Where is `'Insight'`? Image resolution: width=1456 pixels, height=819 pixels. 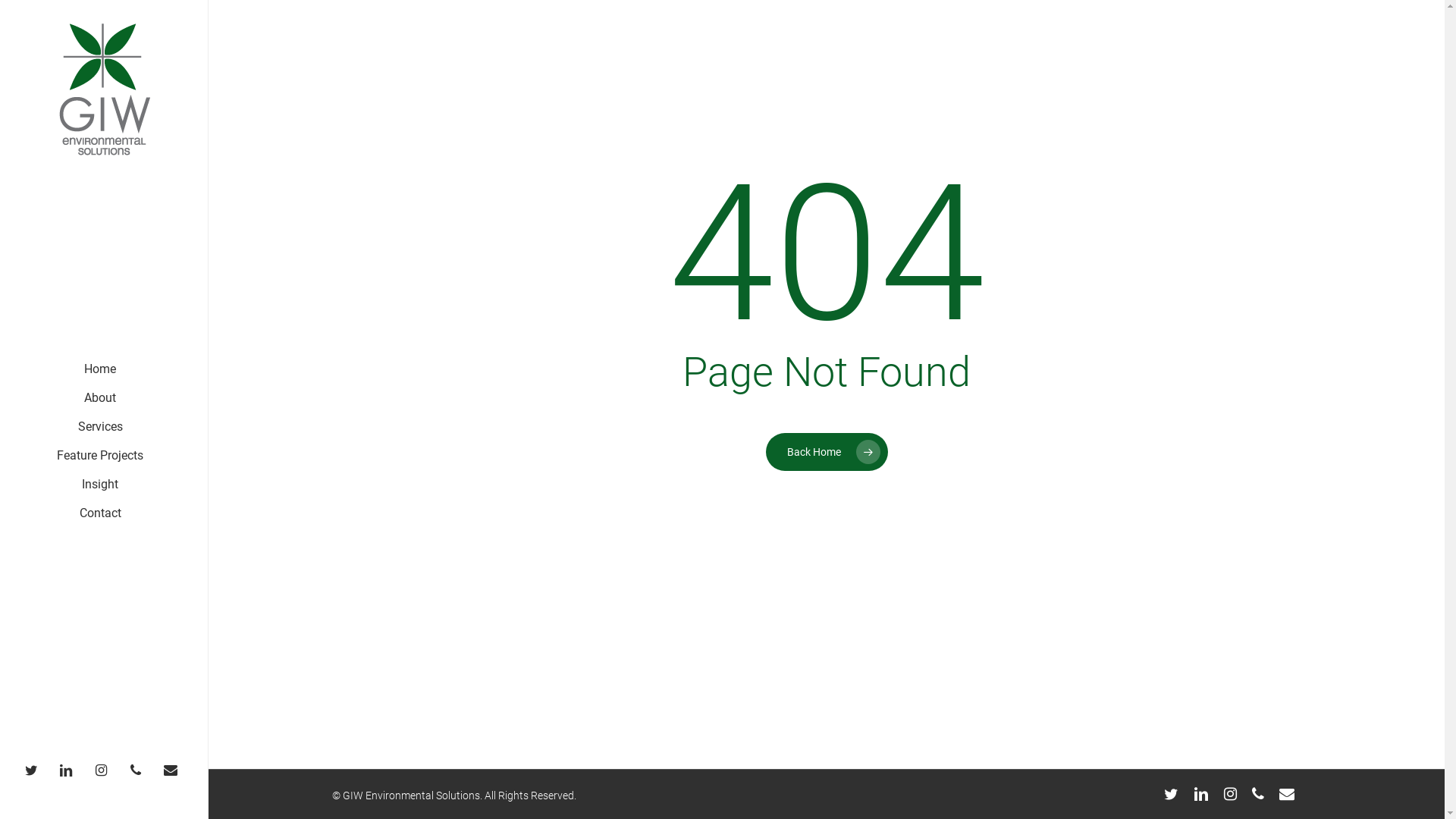
'Insight' is located at coordinates (99, 485).